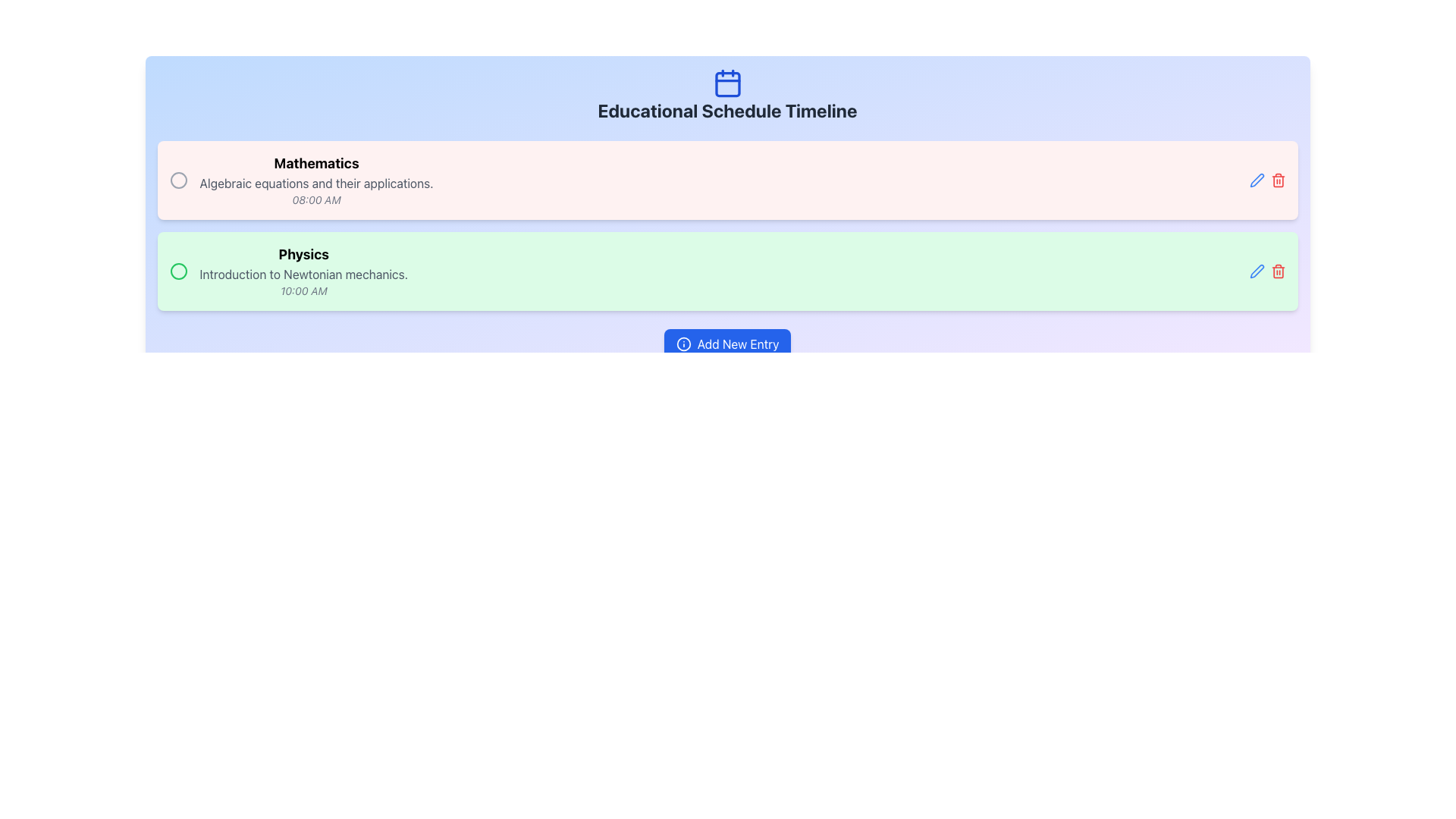  What do you see at coordinates (1277, 180) in the screenshot?
I see `the trash bin icon in the top-right corner of the green card representing the 'Physics' entry in the schedule list` at bounding box center [1277, 180].